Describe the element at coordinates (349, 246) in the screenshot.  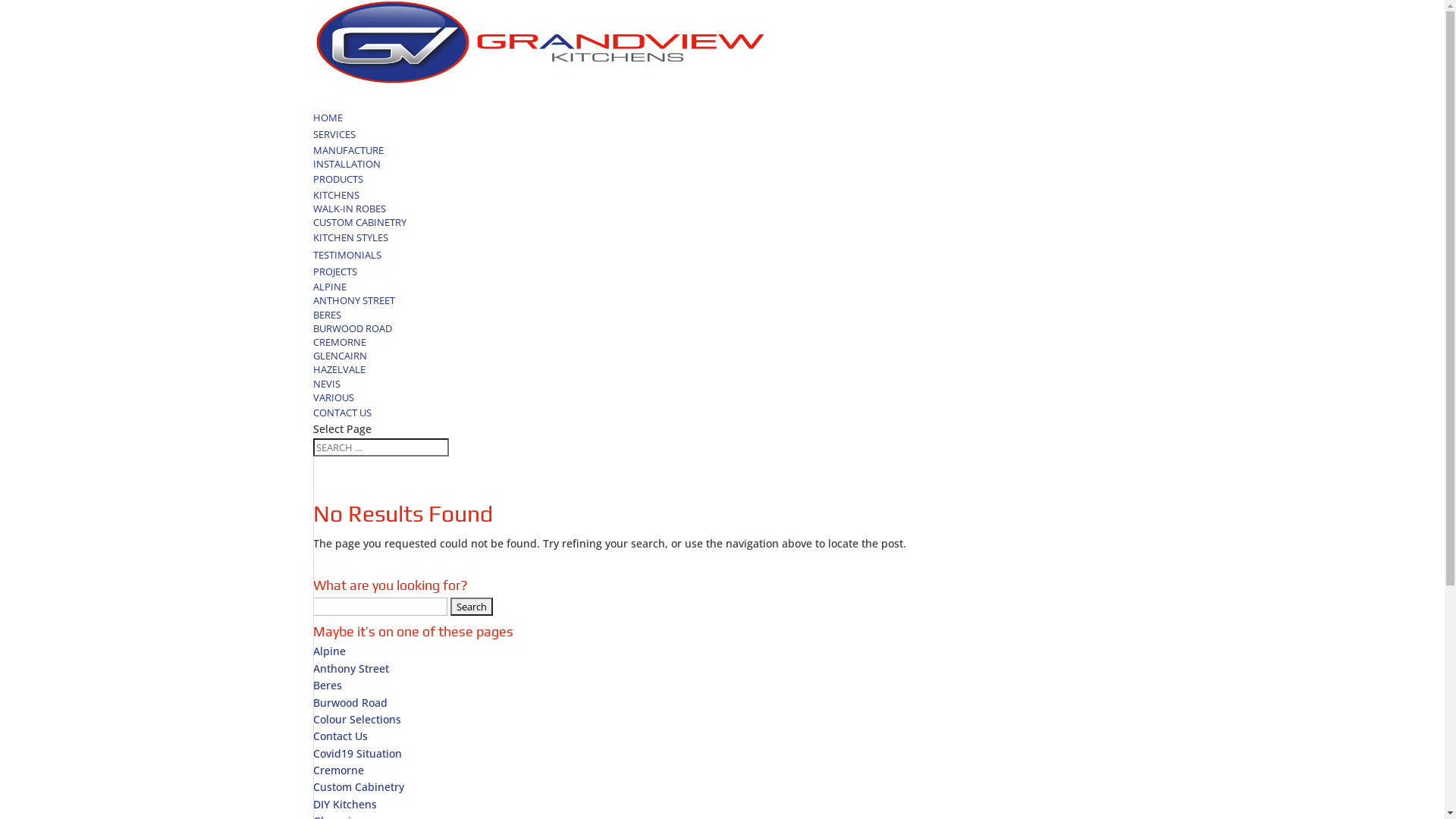
I see `'KITCHEN STYLES'` at that location.